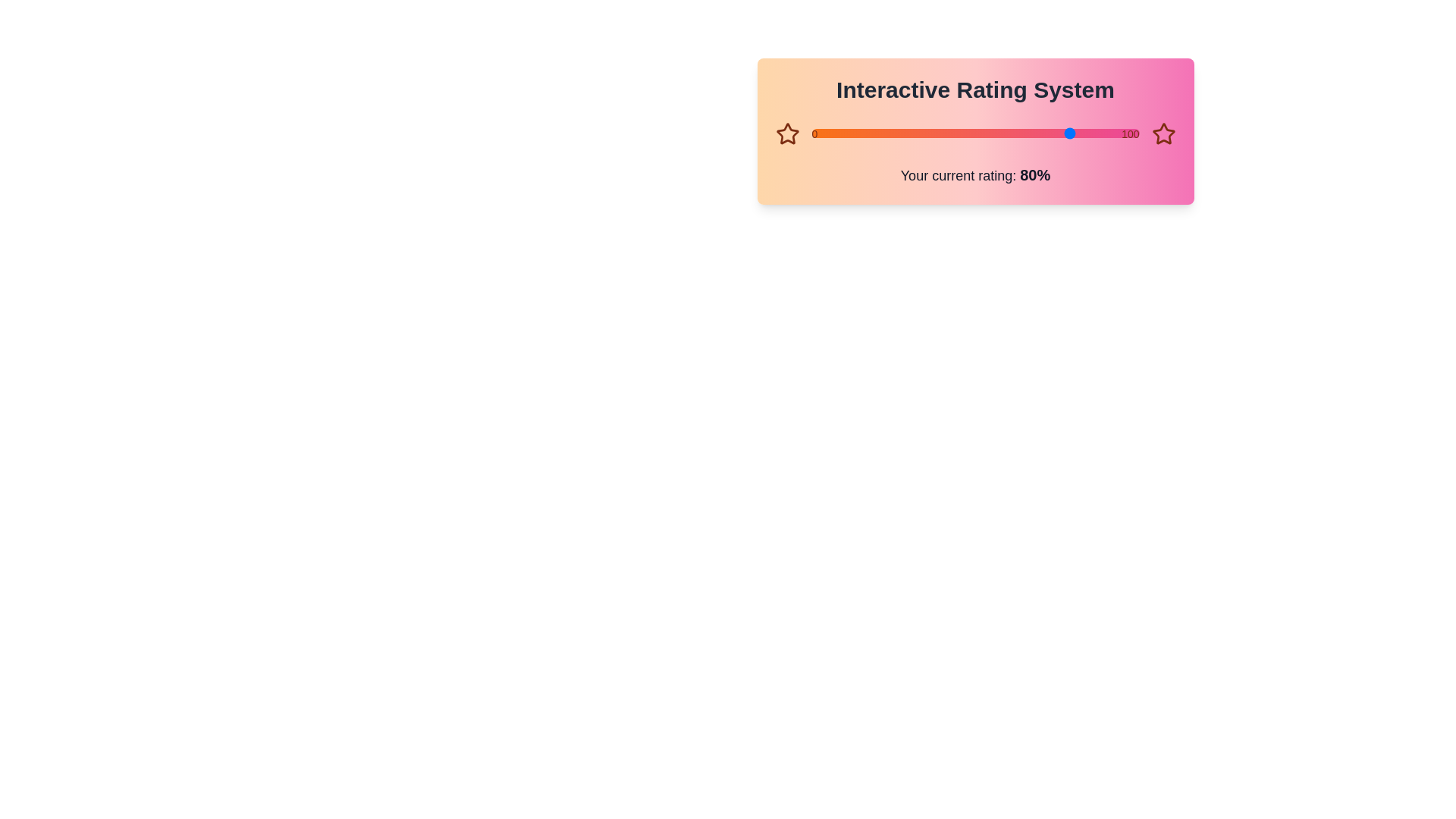  I want to click on the slider to set the rating to 9%, so click(811, 133).